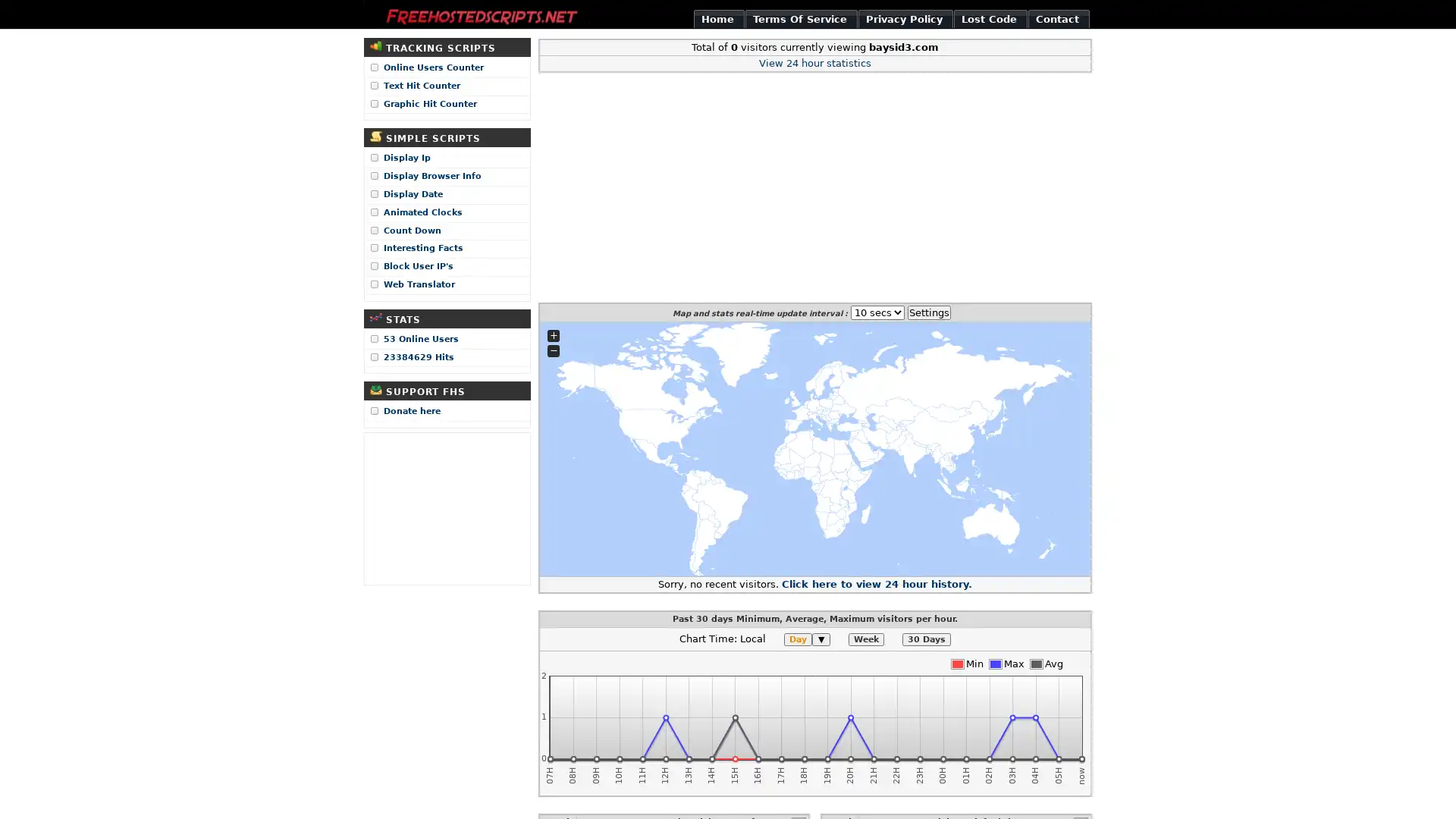  Describe the element at coordinates (927, 311) in the screenshot. I see `Settings` at that location.